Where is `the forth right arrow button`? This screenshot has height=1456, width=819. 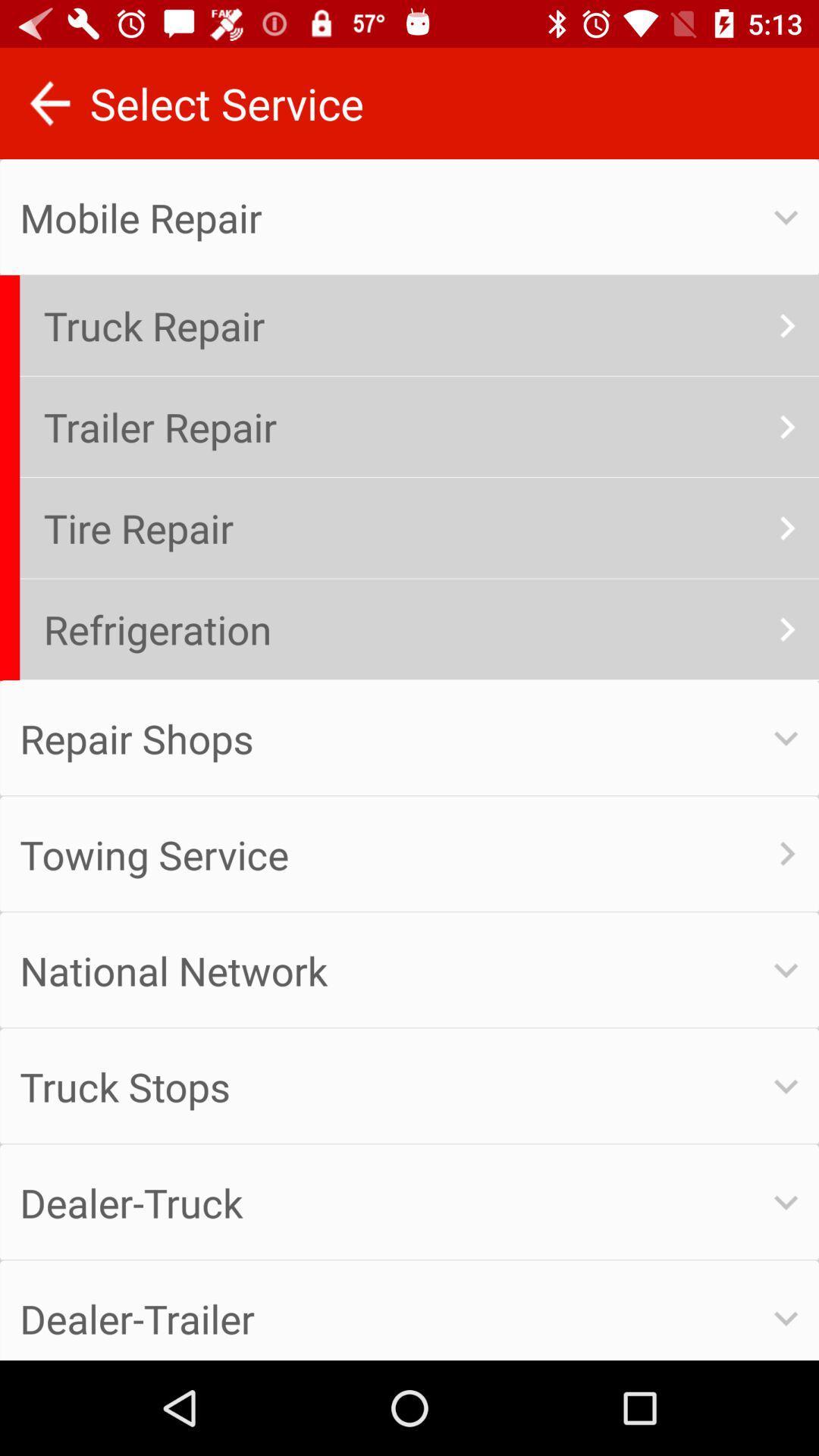
the forth right arrow button is located at coordinates (786, 629).